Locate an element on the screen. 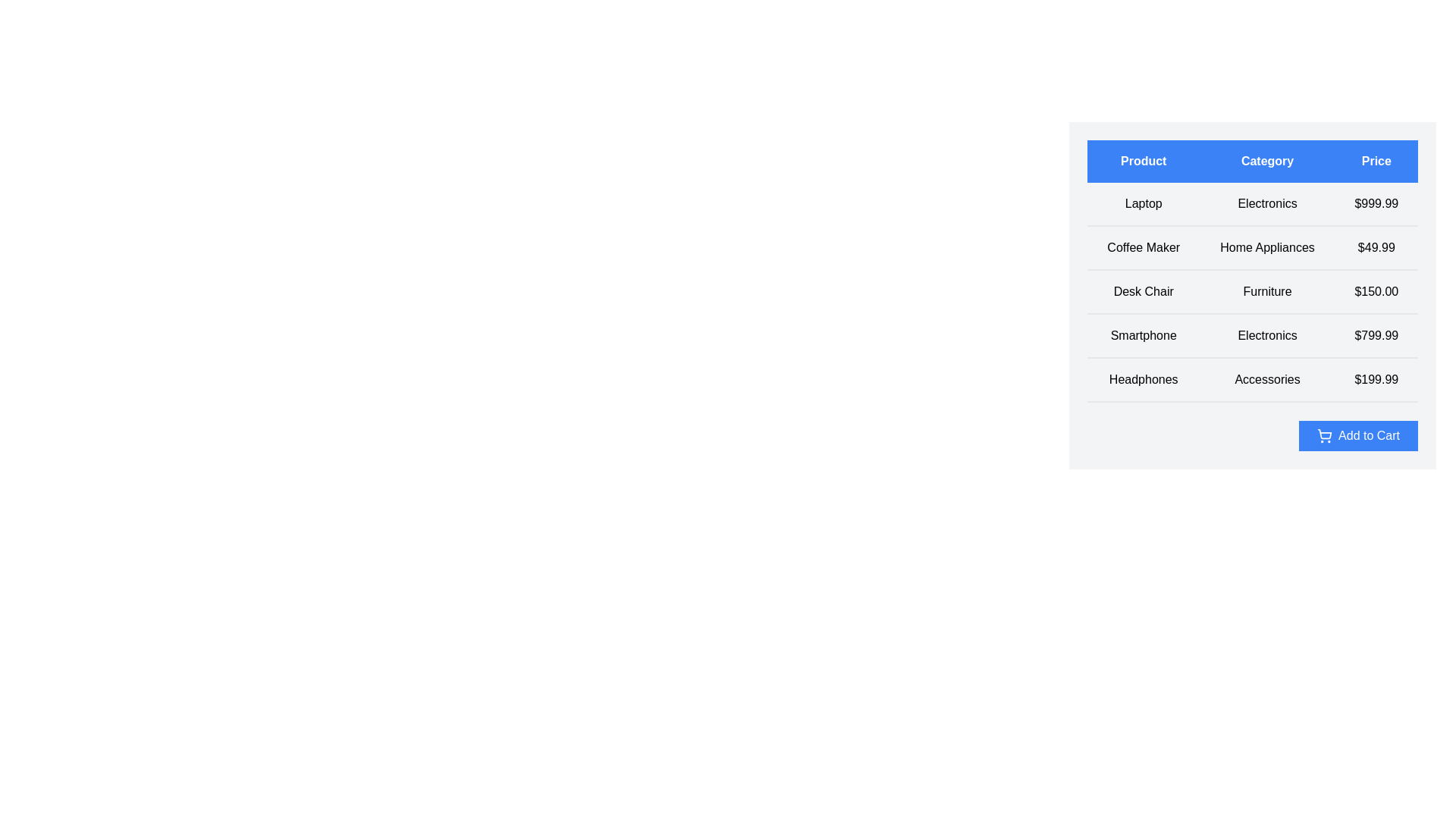  the table cell containing the text 'Furniture' in the 'Category' column of the data table for the 'Desk Chair' row is located at coordinates (1267, 292).